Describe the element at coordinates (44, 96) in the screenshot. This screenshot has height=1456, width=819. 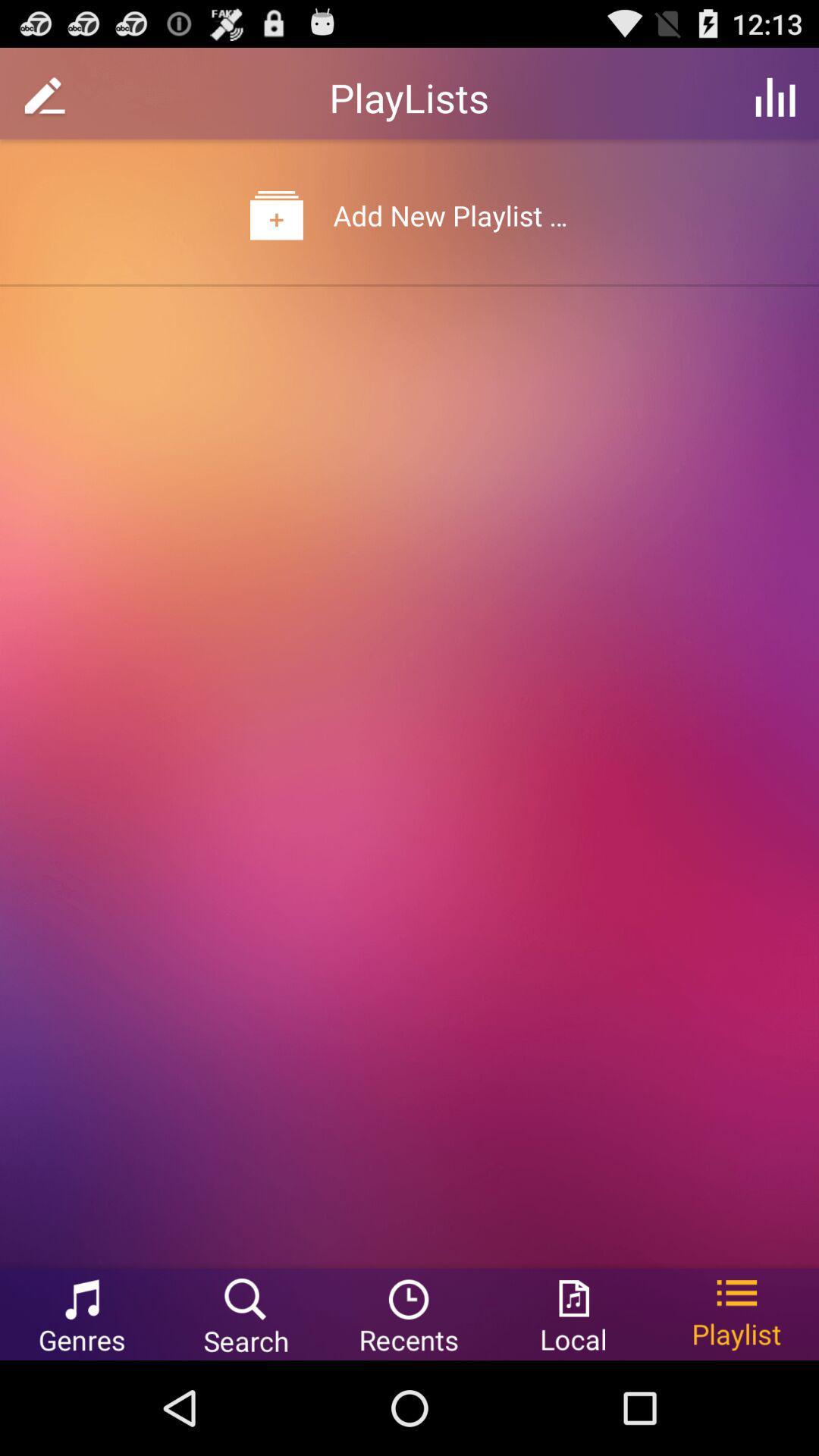
I see `the icon at the top left corner` at that location.